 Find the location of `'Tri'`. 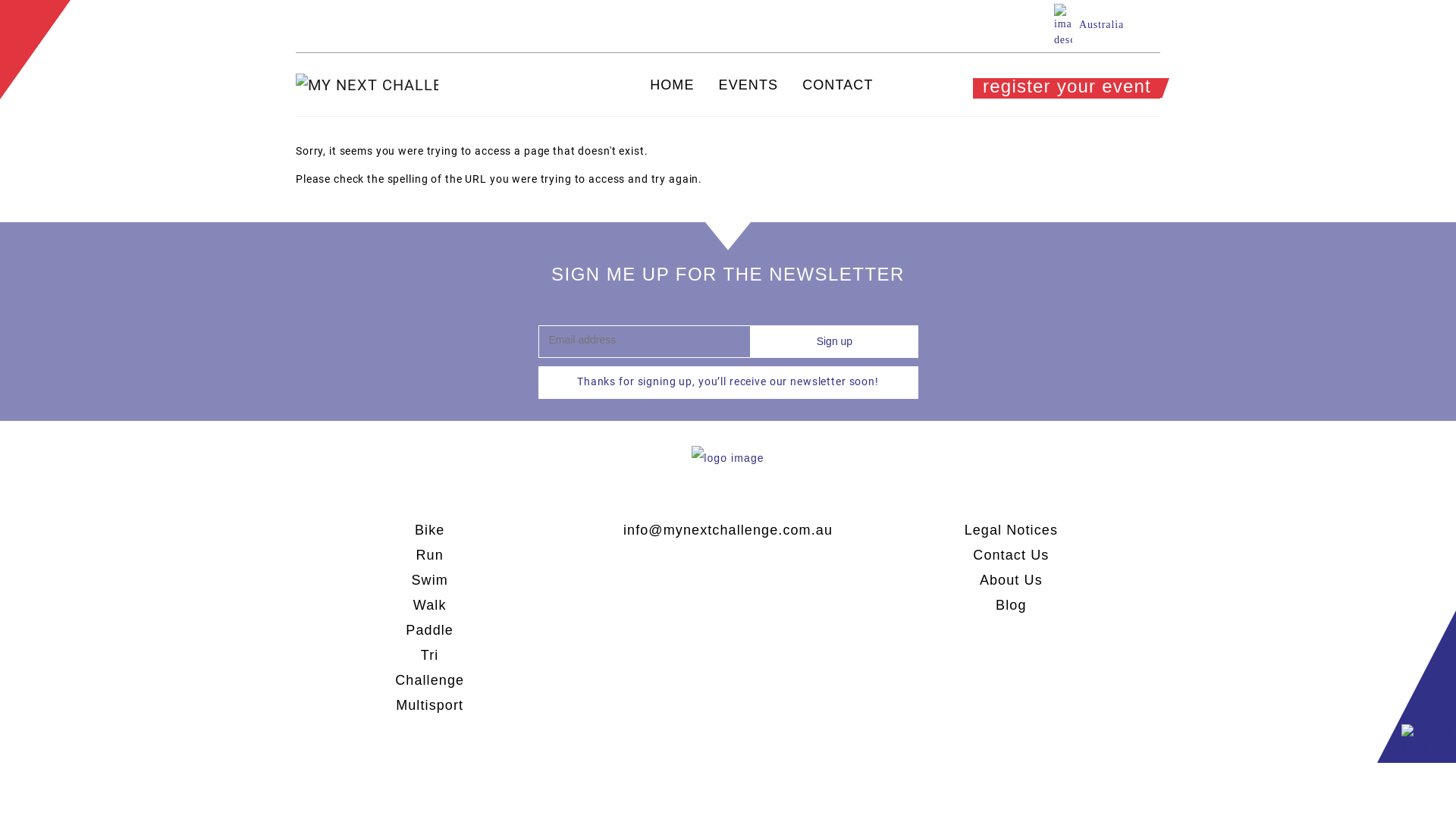

'Tri' is located at coordinates (421, 654).